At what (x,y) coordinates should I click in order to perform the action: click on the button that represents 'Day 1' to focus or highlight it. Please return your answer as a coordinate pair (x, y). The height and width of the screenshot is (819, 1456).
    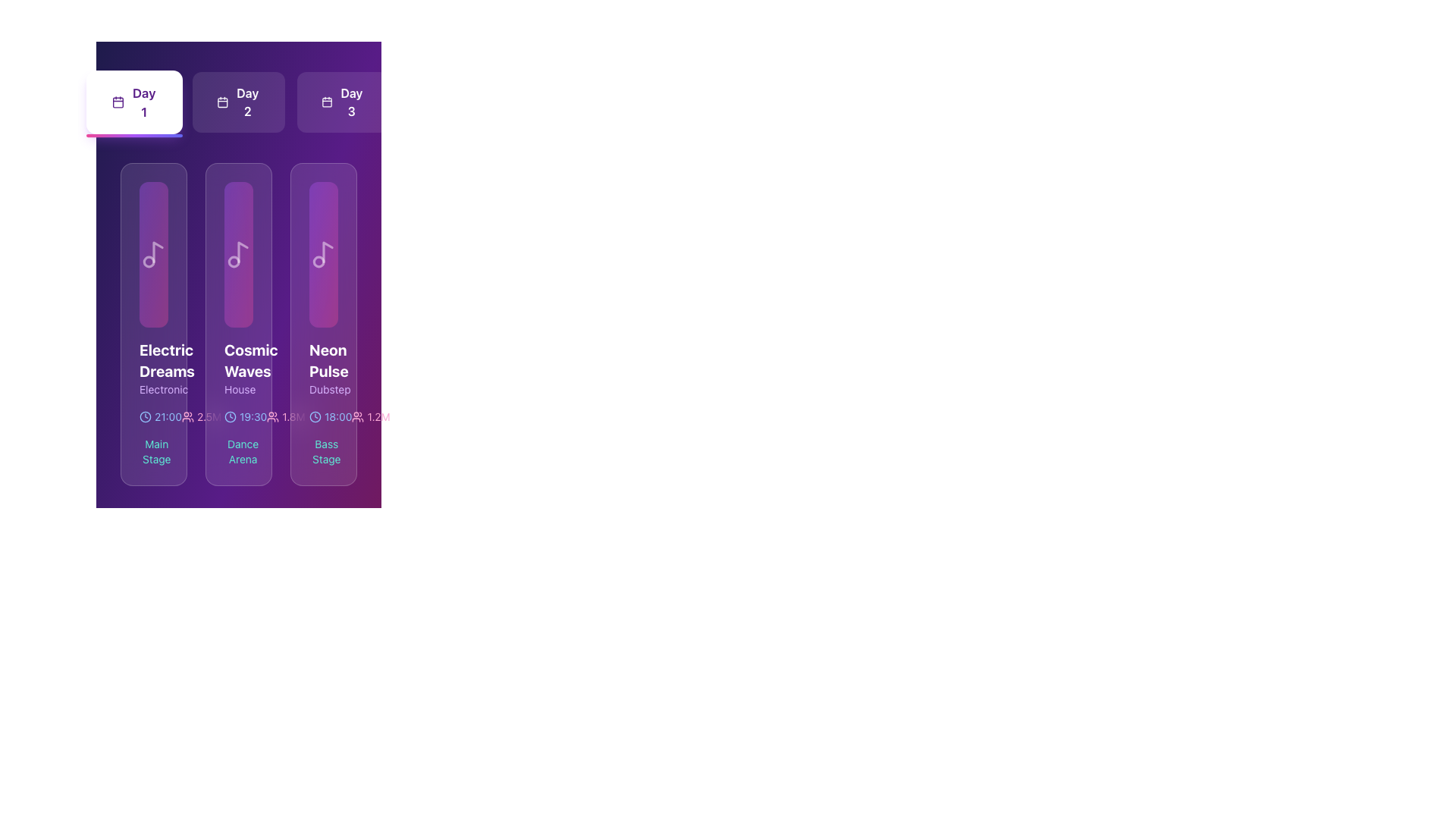
    Looking at the image, I should click on (134, 102).